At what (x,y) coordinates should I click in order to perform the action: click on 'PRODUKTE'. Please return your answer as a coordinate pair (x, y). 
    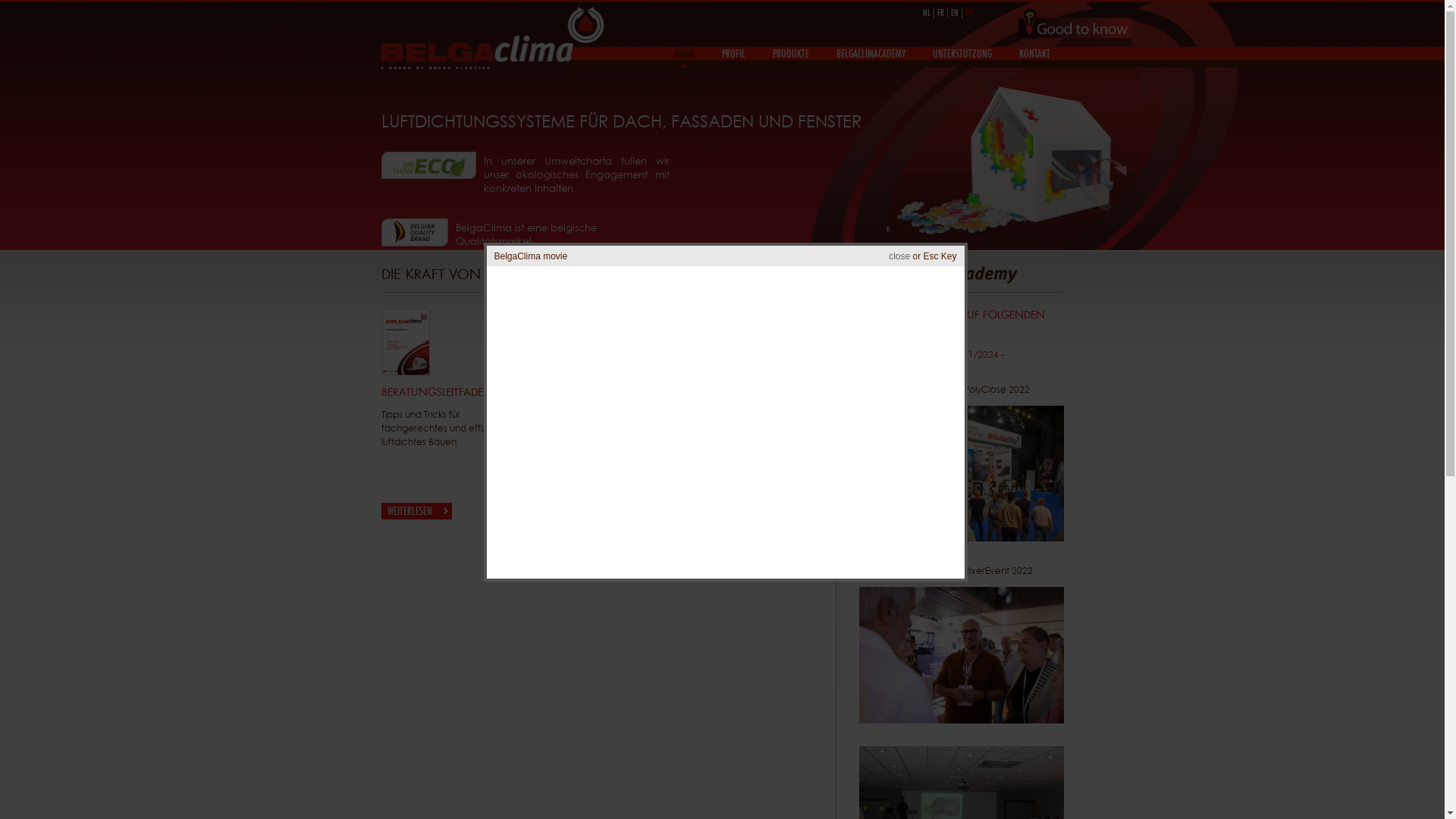
    Looking at the image, I should click on (789, 52).